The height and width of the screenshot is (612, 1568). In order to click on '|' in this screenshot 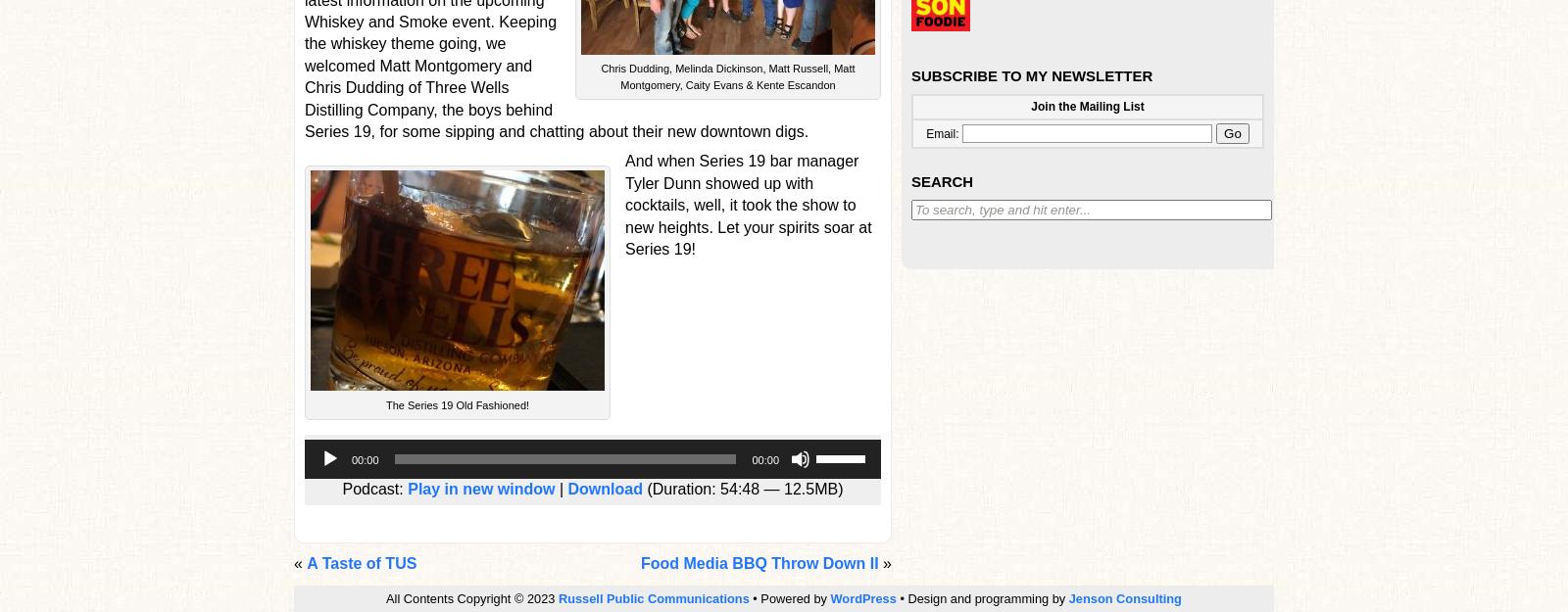, I will do `click(560, 487)`.